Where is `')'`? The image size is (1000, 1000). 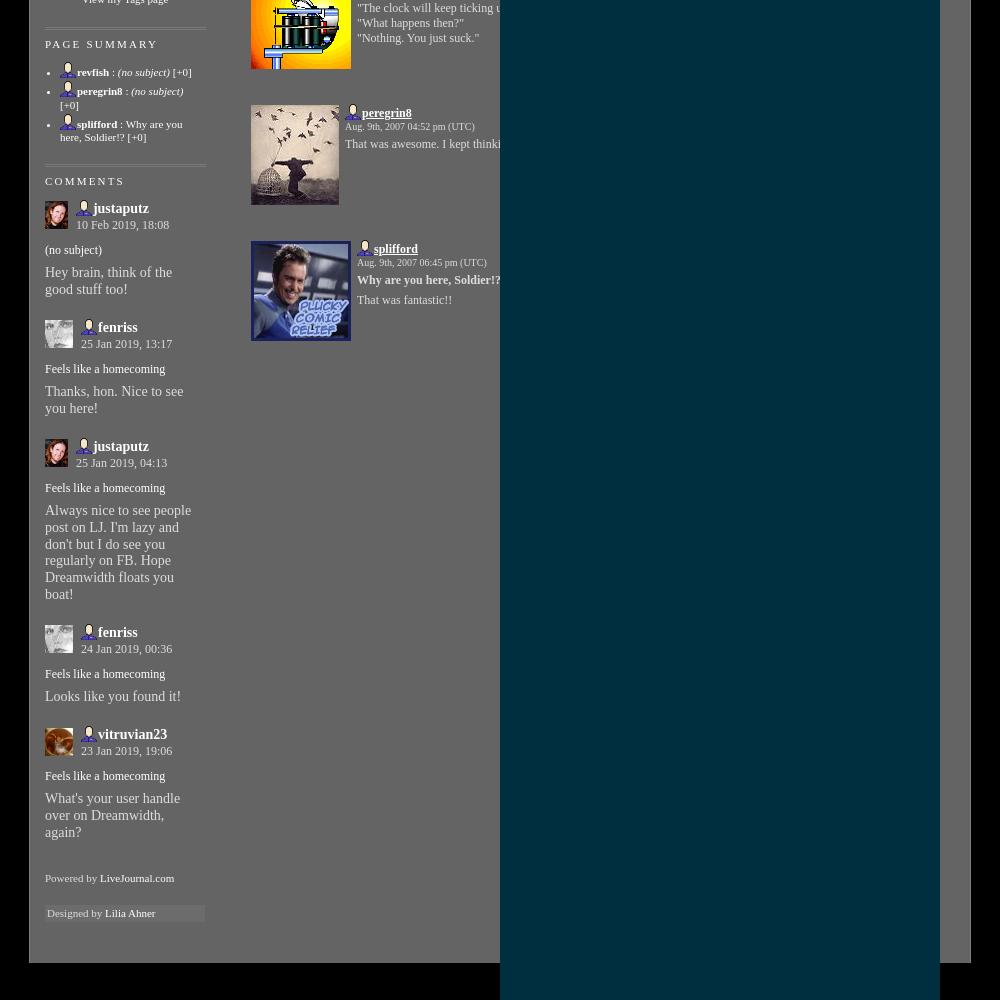
')' is located at coordinates (686, 393).